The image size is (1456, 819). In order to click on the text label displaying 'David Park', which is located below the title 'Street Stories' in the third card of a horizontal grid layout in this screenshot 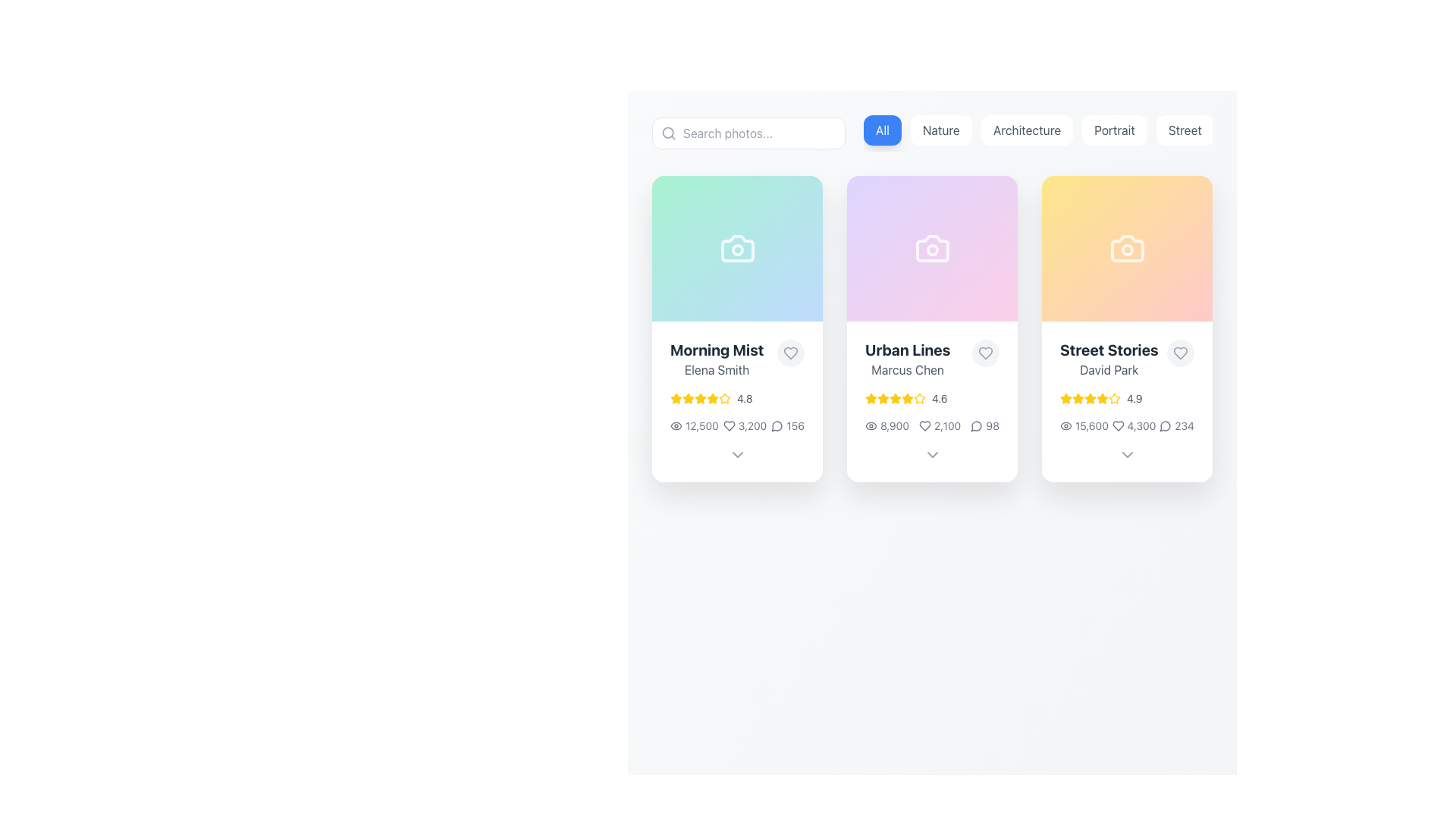, I will do `click(1109, 370)`.